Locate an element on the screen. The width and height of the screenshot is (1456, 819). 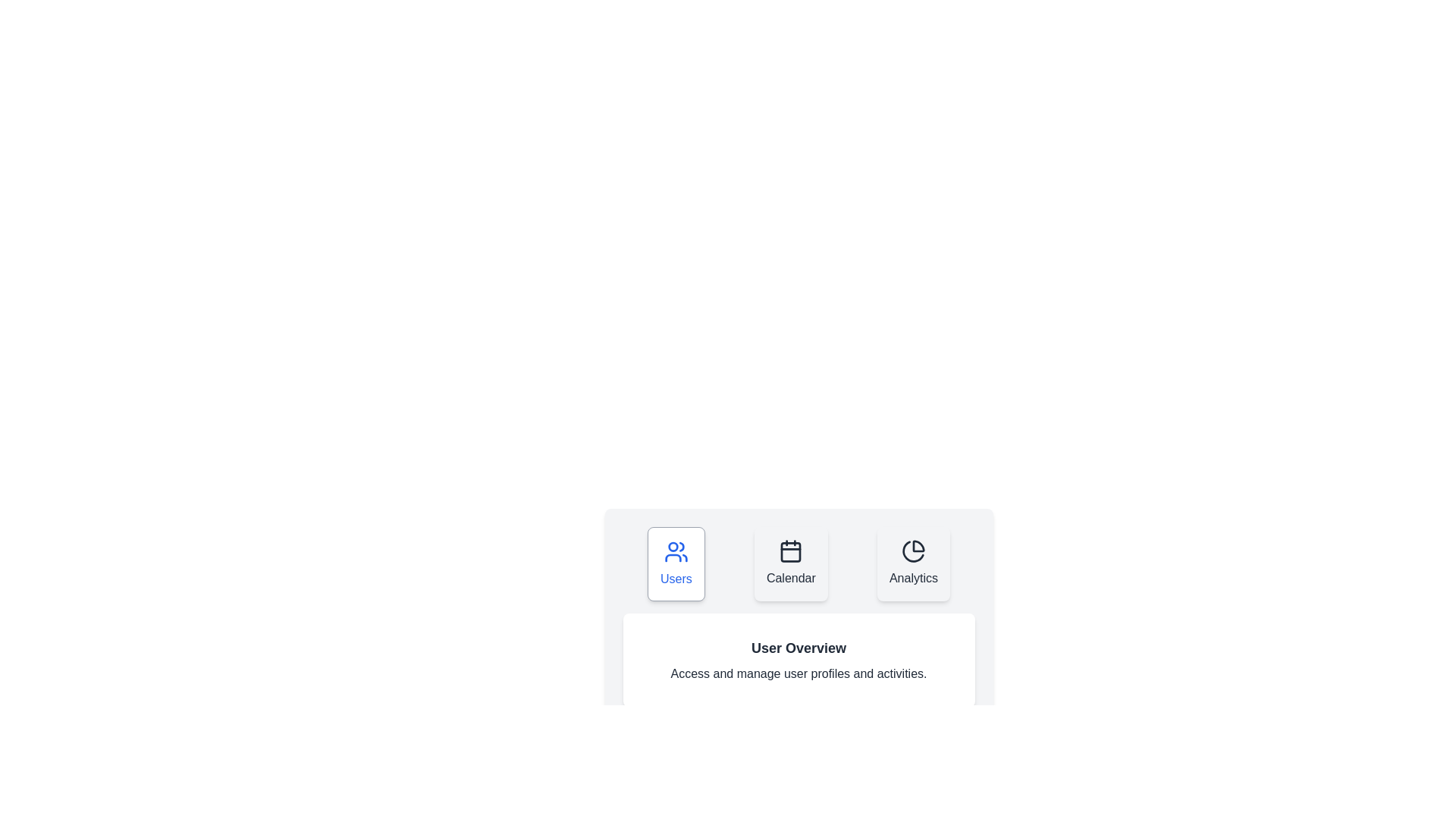
Decorative SVG element within the users' icon, located at the bottom-left part of the SVG structure, by performing a right-click action is located at coordinates (673, 558).